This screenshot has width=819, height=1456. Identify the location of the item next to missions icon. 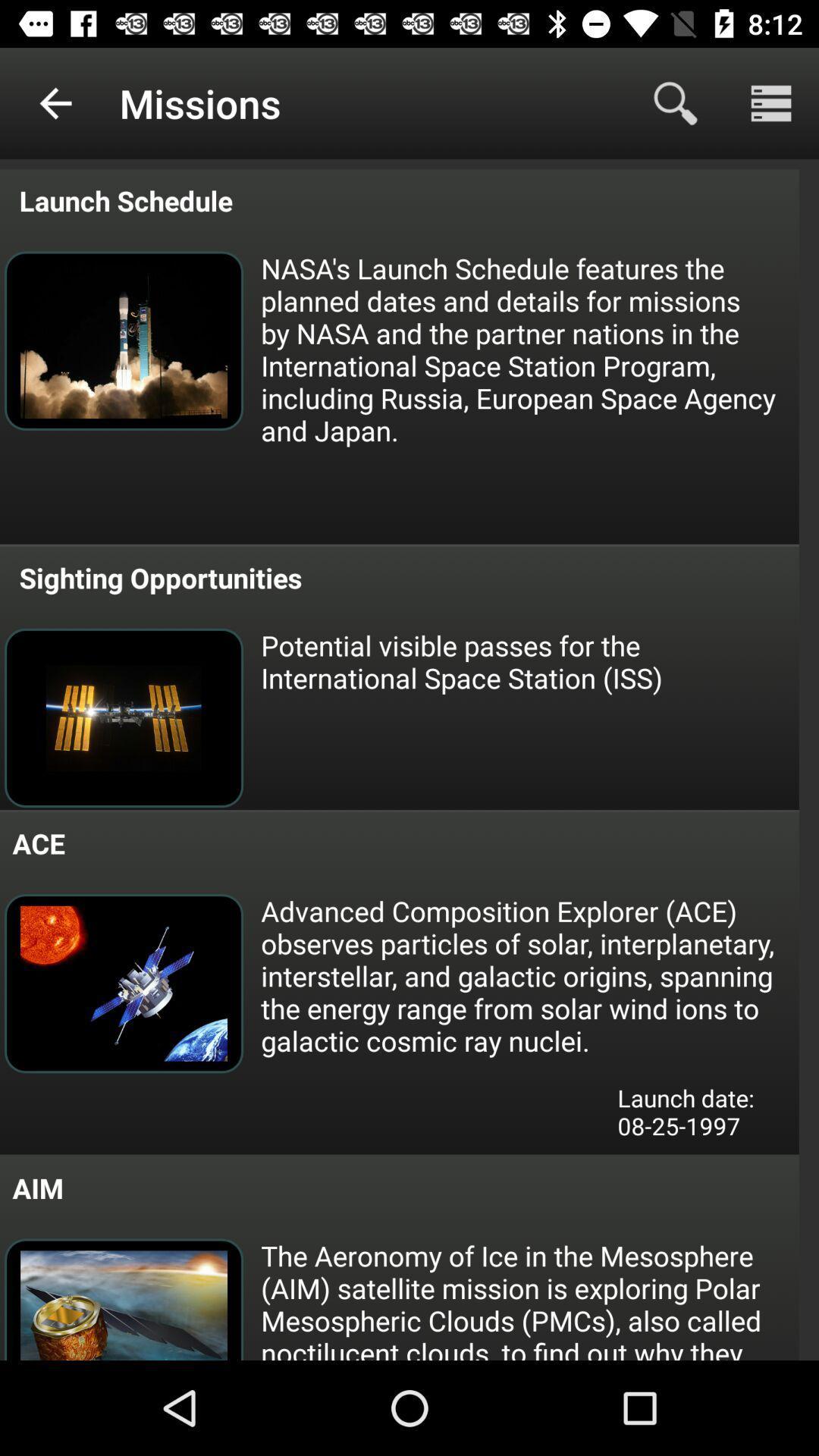
(55, 102).